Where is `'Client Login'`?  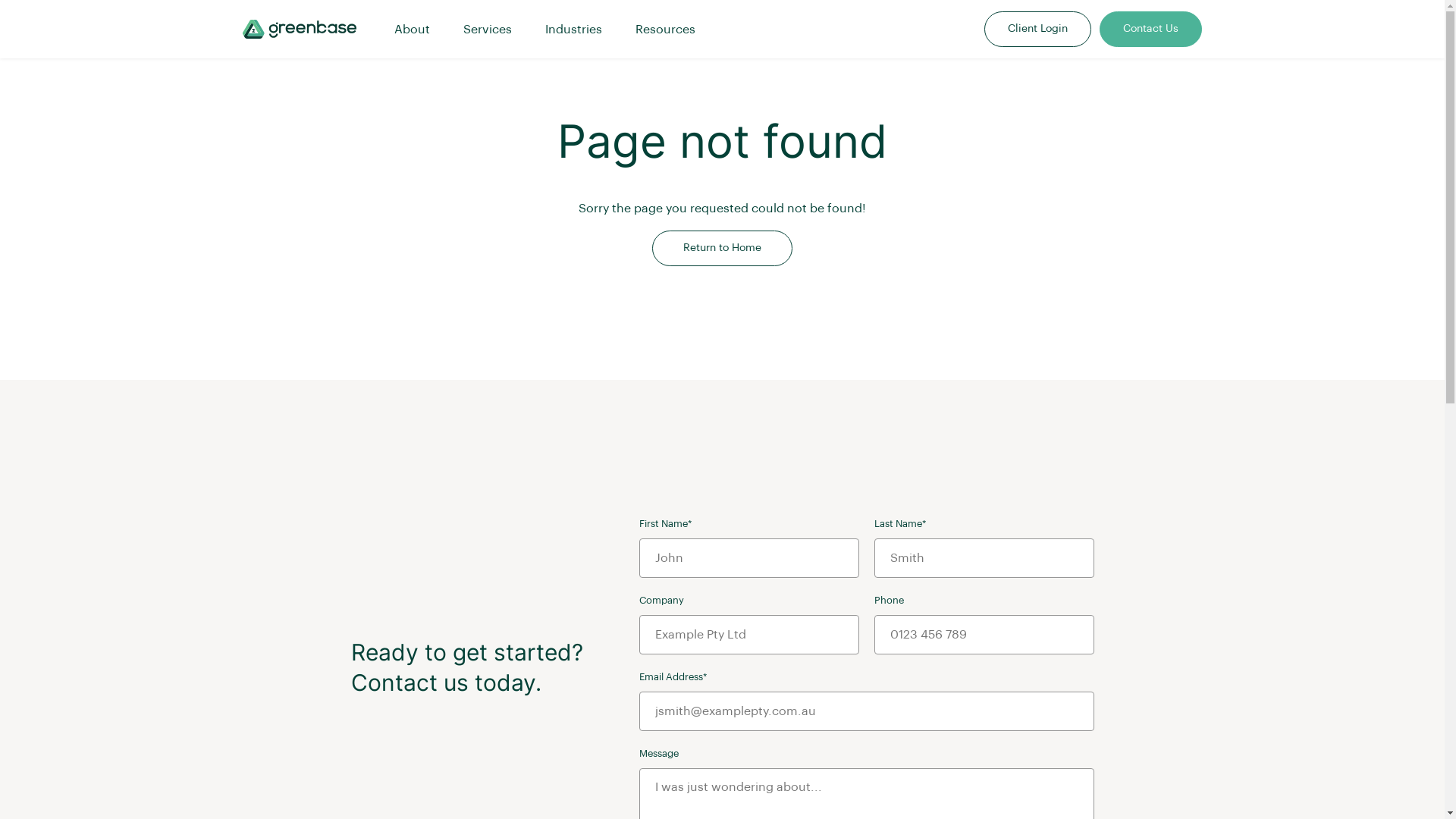 'Client Login' is located at coordinates (985, 29).